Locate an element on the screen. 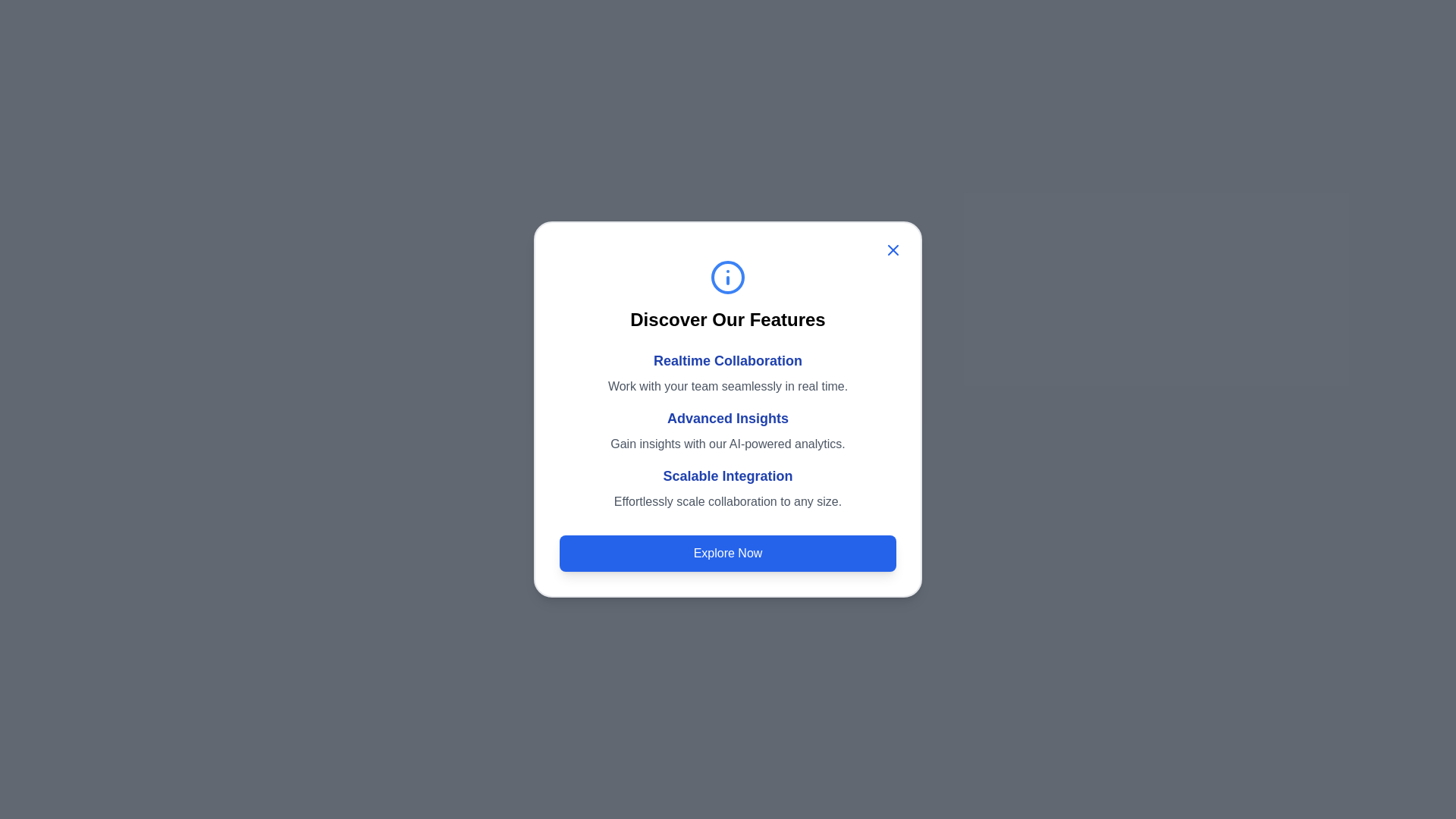 The image size is (1456, 819). the 'Advanced Insights' text block, which features a bold, blue title and a gray description, located within a white modal on a gray background is located at coordinates (728, 430).